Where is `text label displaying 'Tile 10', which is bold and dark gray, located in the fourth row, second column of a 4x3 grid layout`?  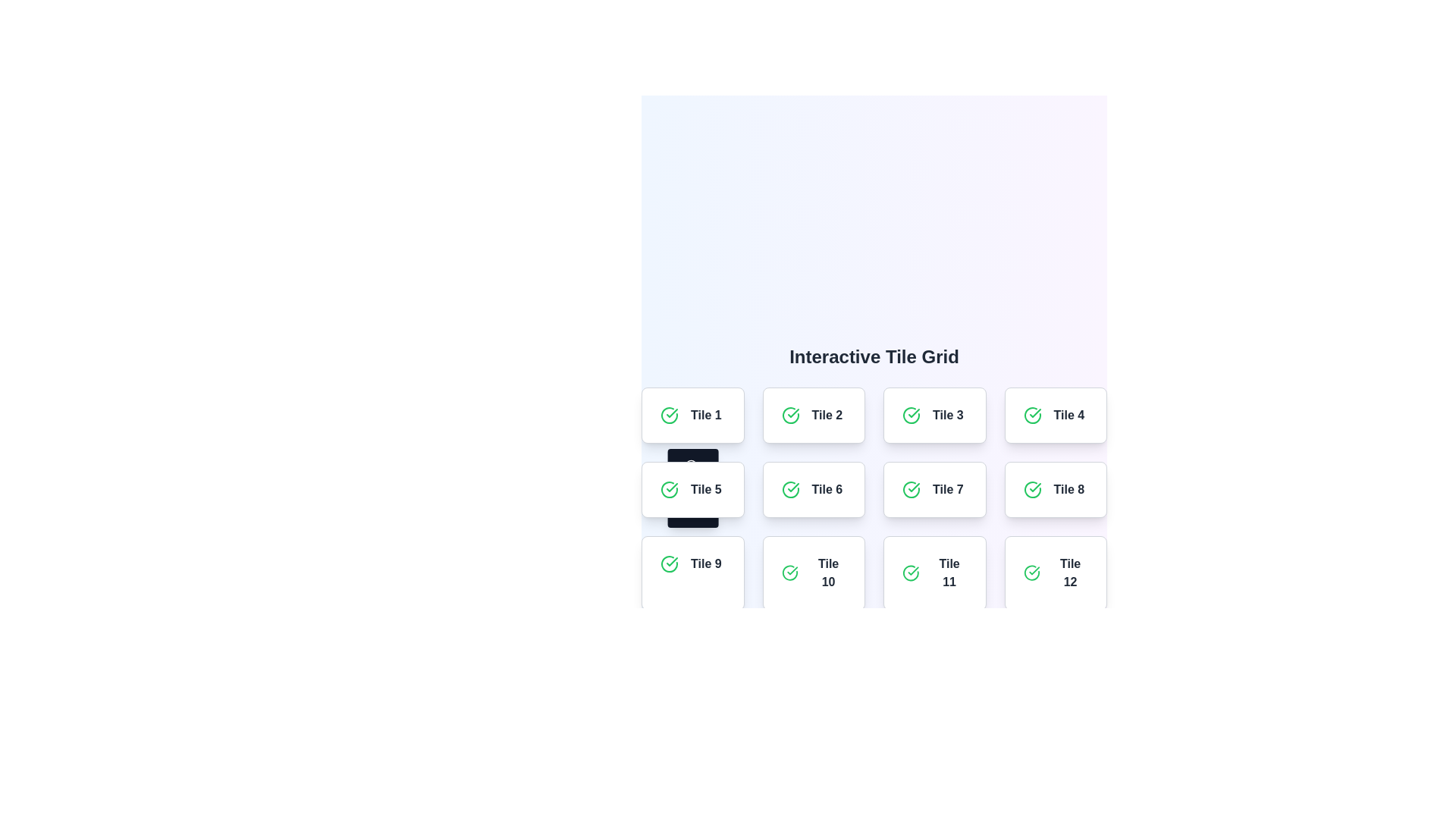 text label displaying 'Tile 10', which is bold and dark gray, located in the fourth row, second column of a 4x3 grid layout is located at coordinates (827, 573).